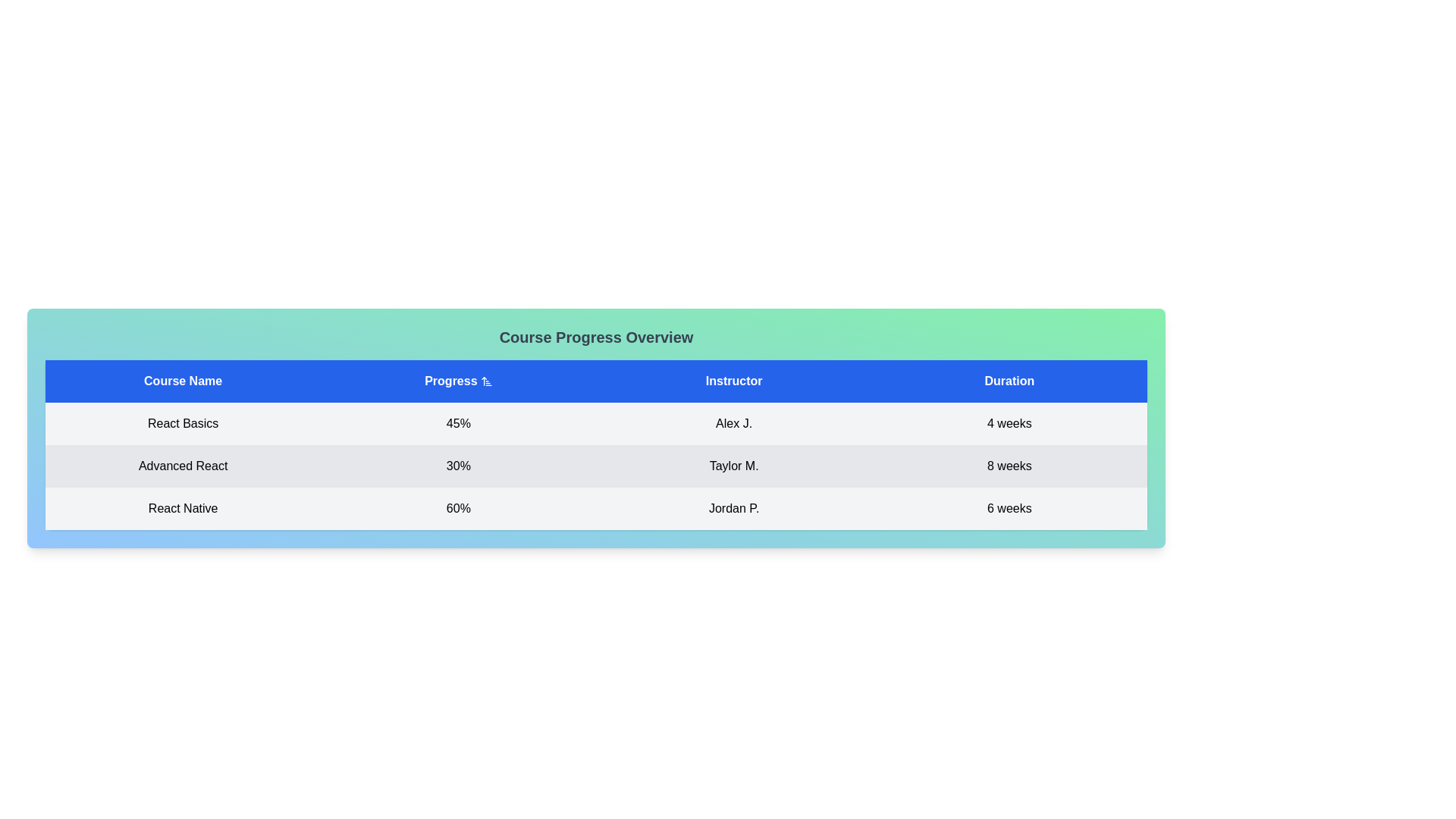 The width and height of the screenshot is (1456, 819). Describe the element at coordinates (182, 509) in the screenshot. I see `the text label displaying the name of a specific course in the first column of the third row under the 'Course Name' header` at that location.